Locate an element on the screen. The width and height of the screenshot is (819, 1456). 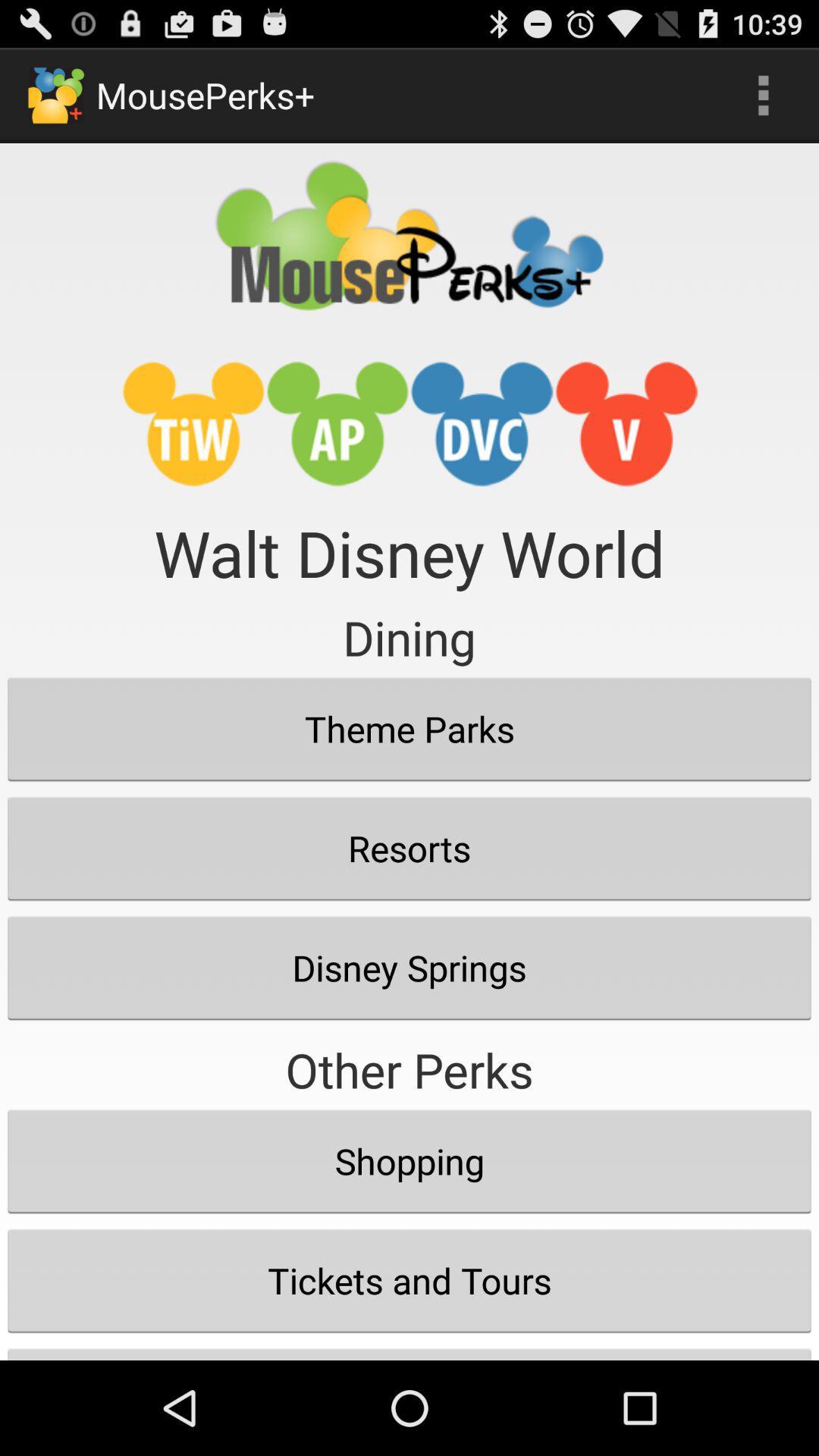
the icon above tickets and tours button is located at coordinates (409, 1160).